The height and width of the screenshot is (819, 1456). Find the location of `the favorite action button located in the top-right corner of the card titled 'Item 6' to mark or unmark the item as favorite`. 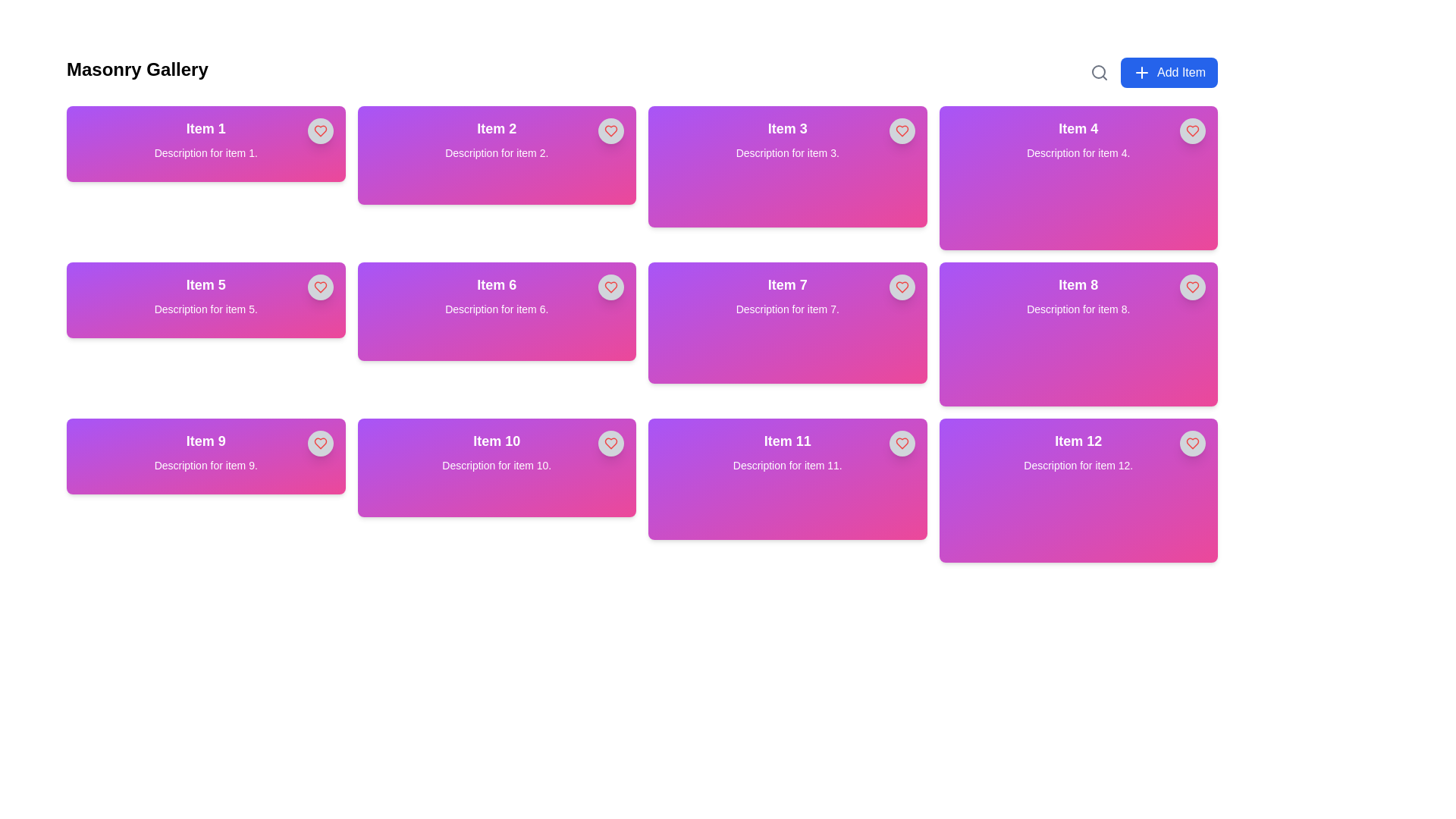

the favorite action button located in the top-right corner of the card titled 'Item 6' to mark or unmark the item as favorite is located at coordinates (611, 287).